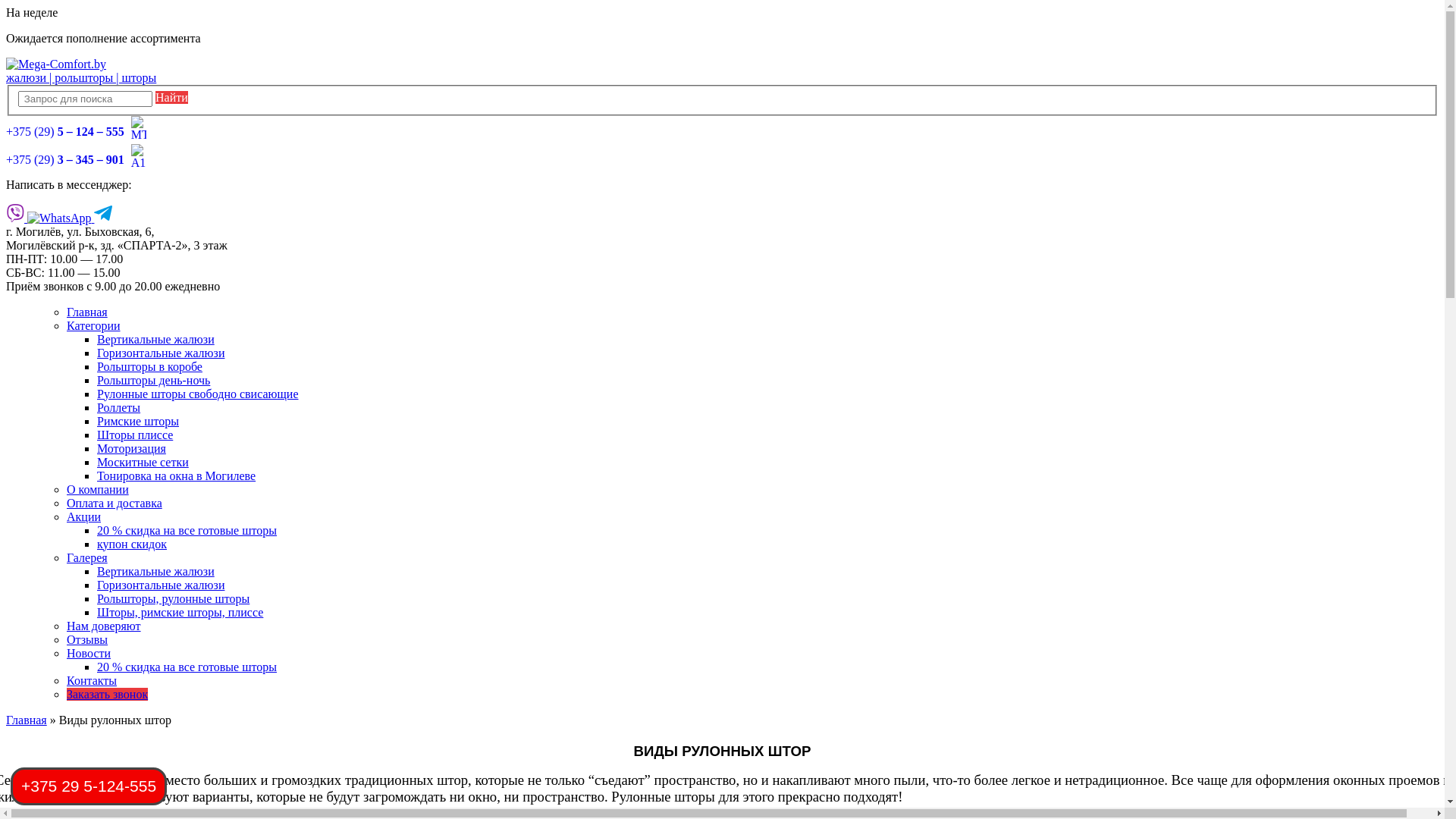 This screenshot has height=819, width=1456. I want to click on '+375 29 5-124-555', so click(11, 786).